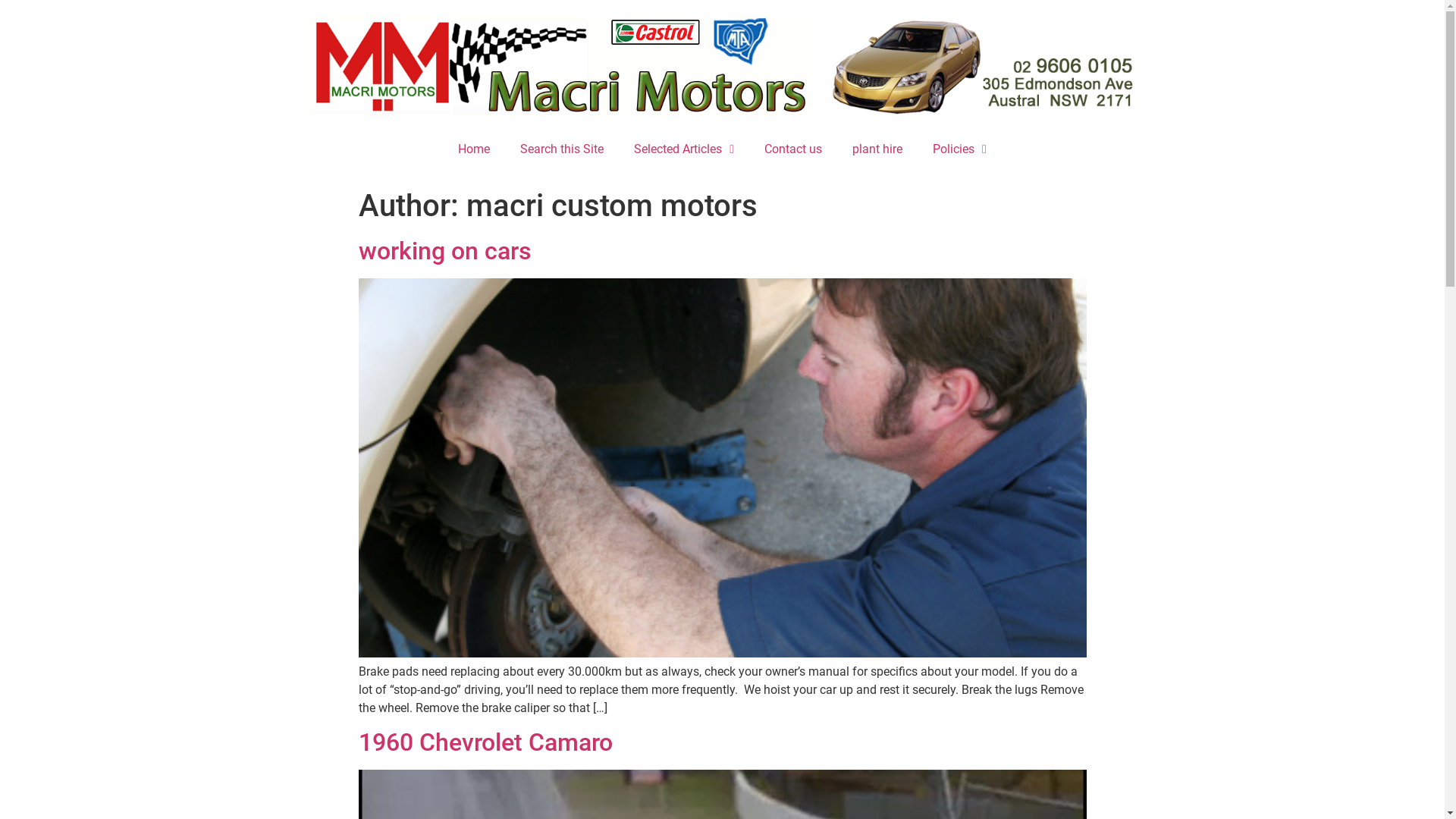 The image size is (1456, 819). What do you see at coordinates (505, 149) in the screenshot?
I see `'Search this Site'` at bounding box center [505, 149].